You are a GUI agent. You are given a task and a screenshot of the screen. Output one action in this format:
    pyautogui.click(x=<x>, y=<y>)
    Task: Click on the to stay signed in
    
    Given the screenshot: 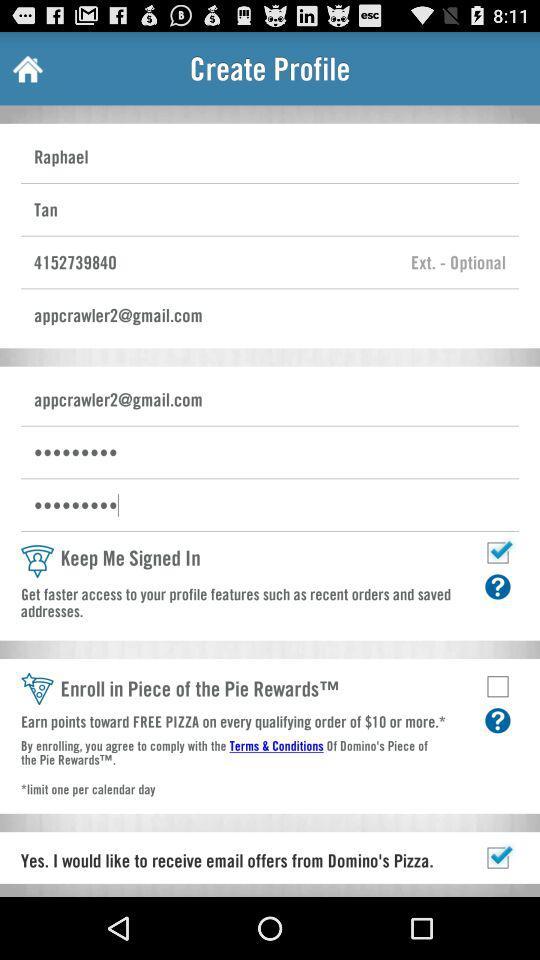 What is the action you would take?
    pyautogui.click(x=496, y=552)
    